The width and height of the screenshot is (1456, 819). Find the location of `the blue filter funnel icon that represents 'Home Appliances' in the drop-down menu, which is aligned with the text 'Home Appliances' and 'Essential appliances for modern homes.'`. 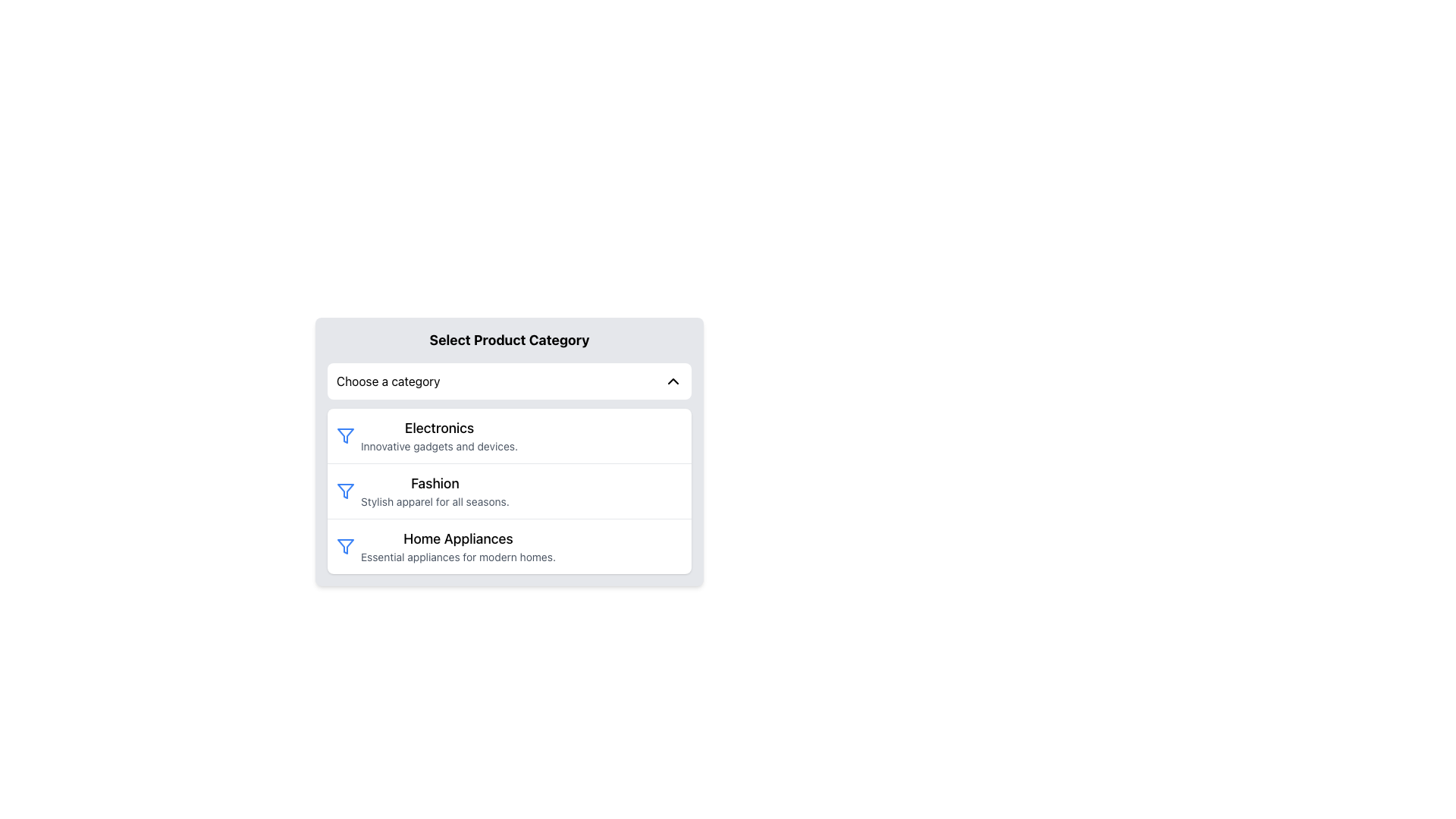

the blue filter funnel icon that represents 'Home Appliances' in the drop-down menu, which is aligned with the text 'Home Appliances' and 'Essential appliances for modern homes.' is located at coordinates (345, 547).